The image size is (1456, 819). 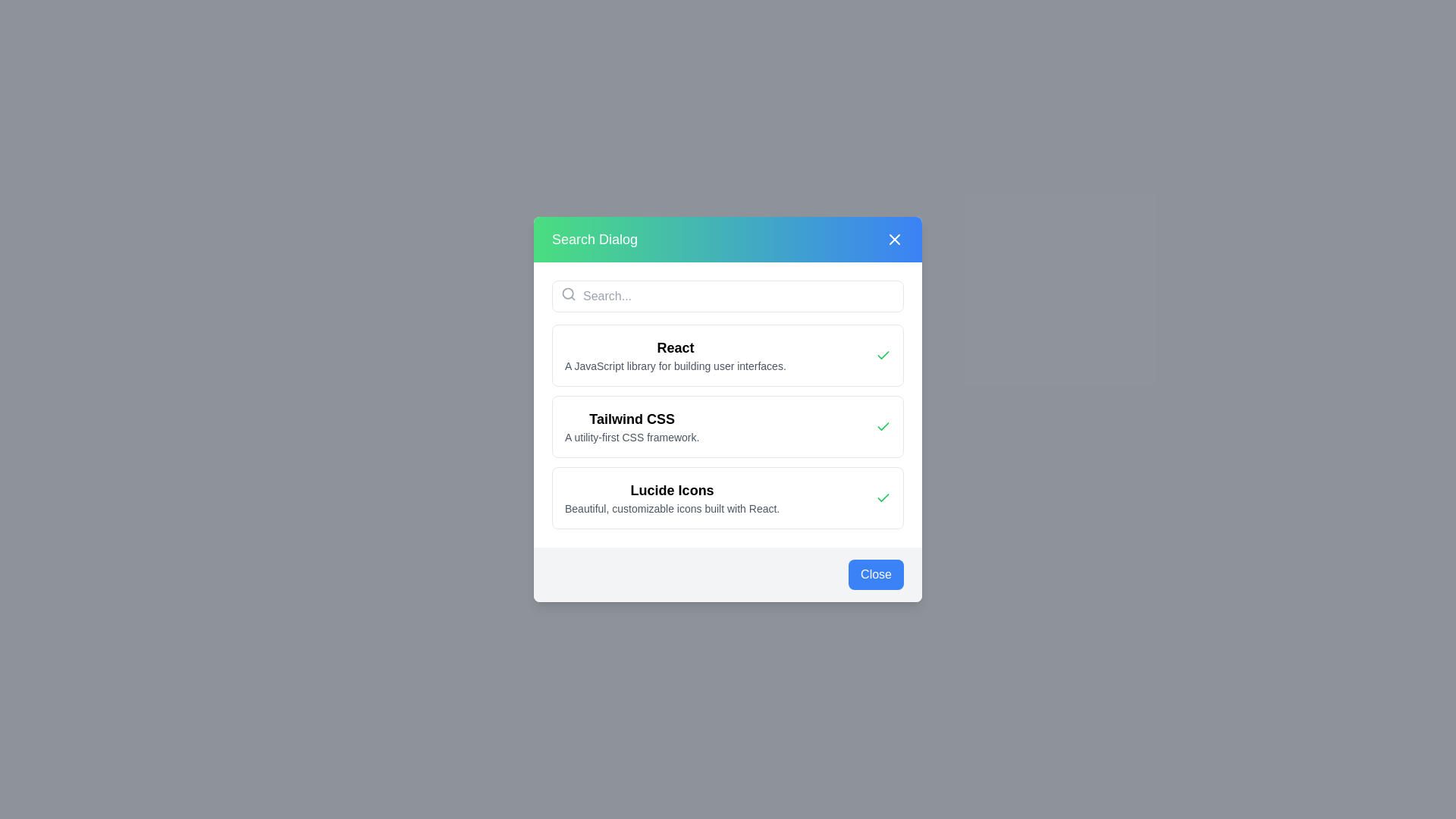 I want to click on the informational card displaying 'React', which is the first item in a vertical list within the modal dialog, so click(x=674, y=356).